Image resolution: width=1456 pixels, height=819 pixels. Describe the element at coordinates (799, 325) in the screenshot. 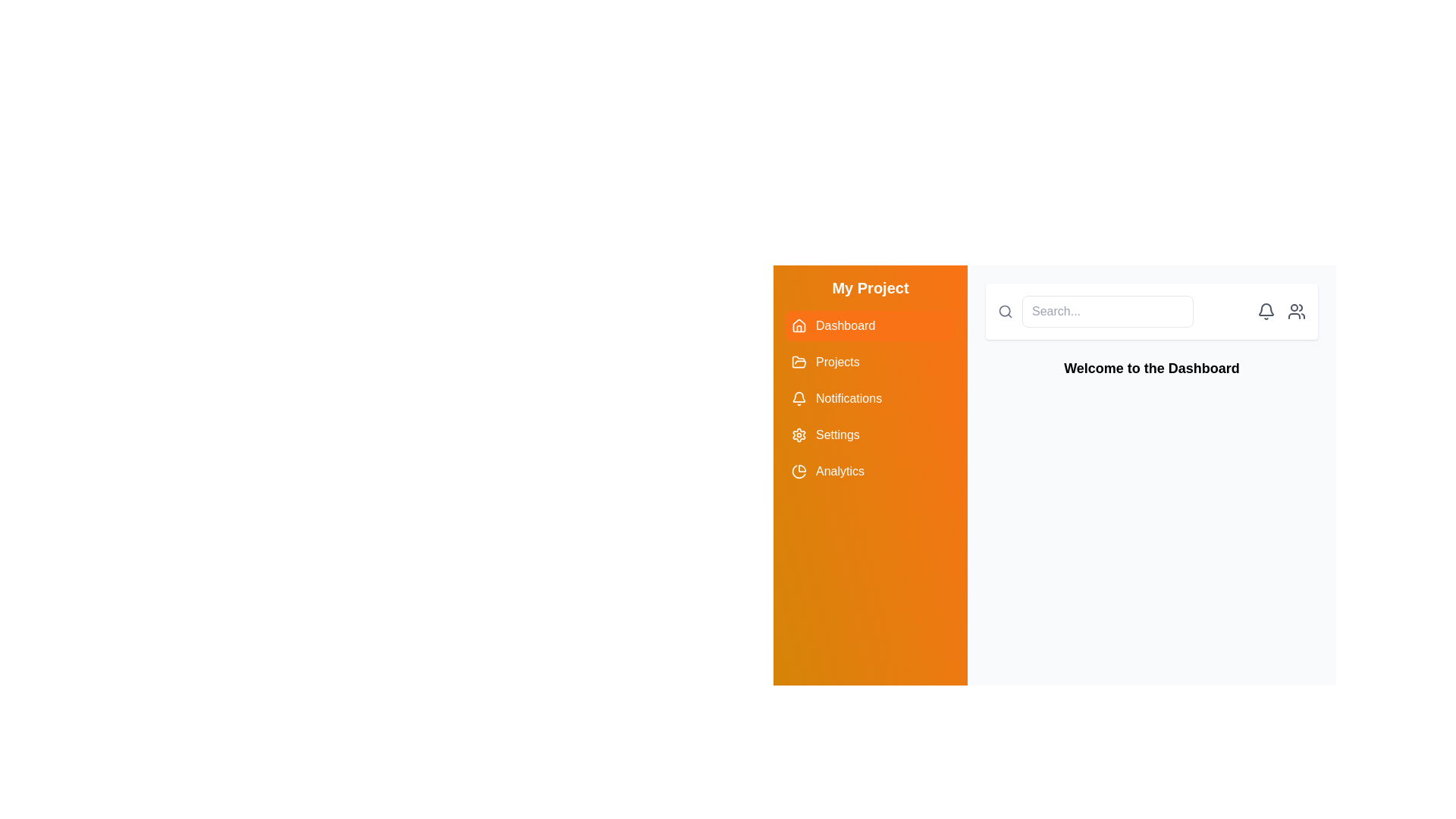

I see `the 'Dashboard' SVG Icon located at the top of the orange-shaded sidebar menu on the left side of the interface` at that location.